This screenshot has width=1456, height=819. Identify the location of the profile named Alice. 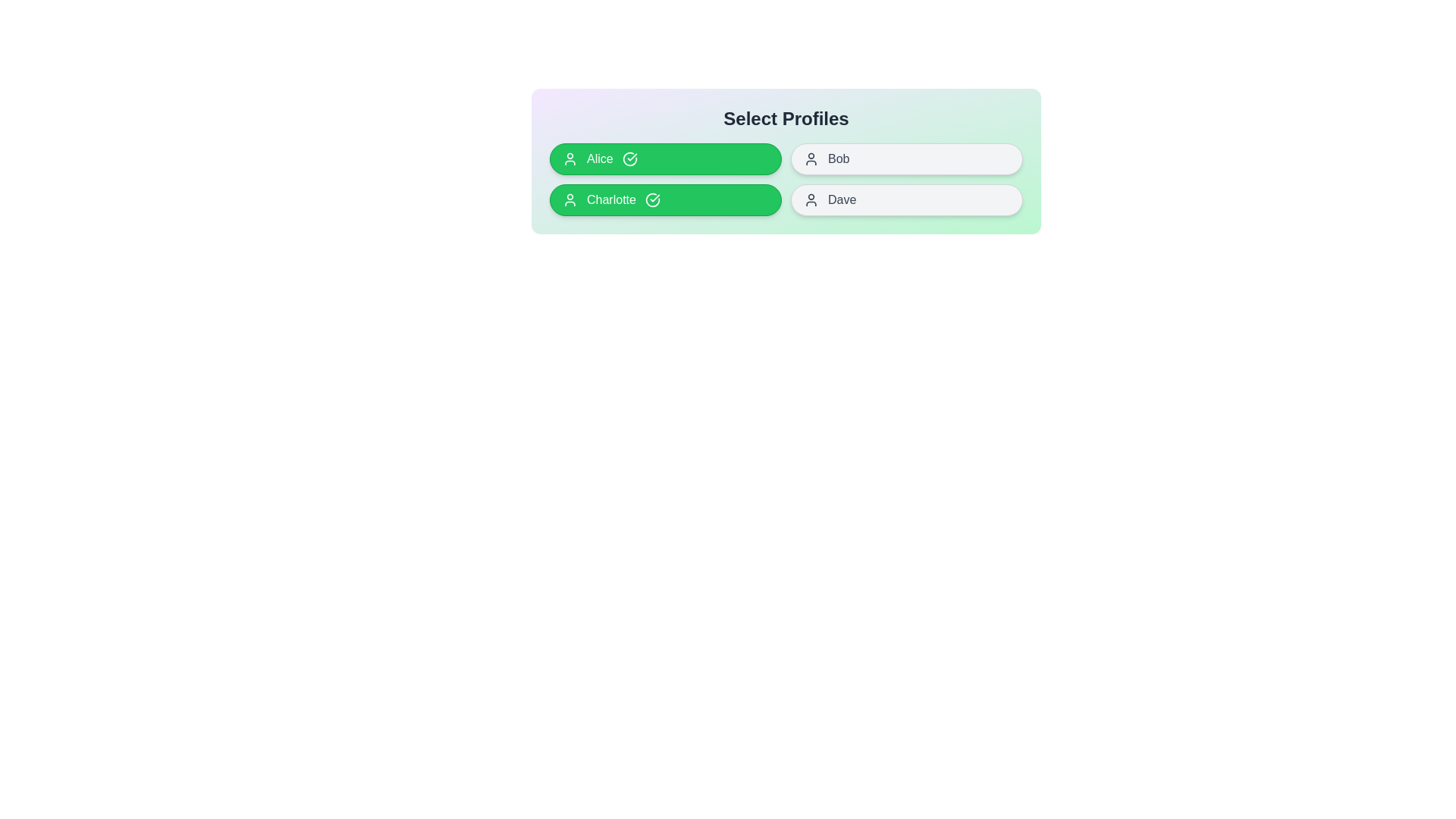
(666, 158).